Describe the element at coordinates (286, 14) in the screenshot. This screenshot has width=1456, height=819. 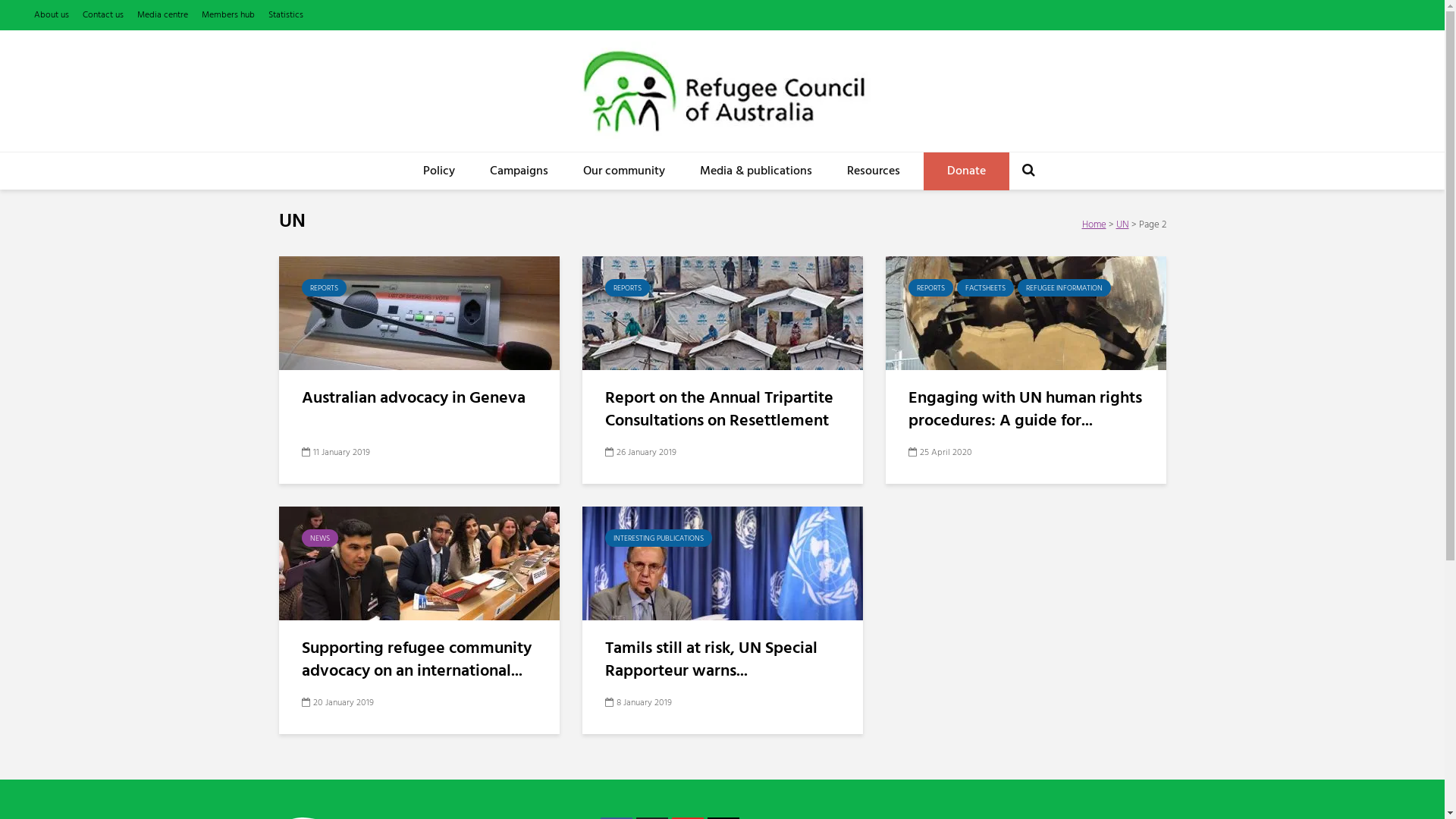
I see `'Statistics'` at that location.